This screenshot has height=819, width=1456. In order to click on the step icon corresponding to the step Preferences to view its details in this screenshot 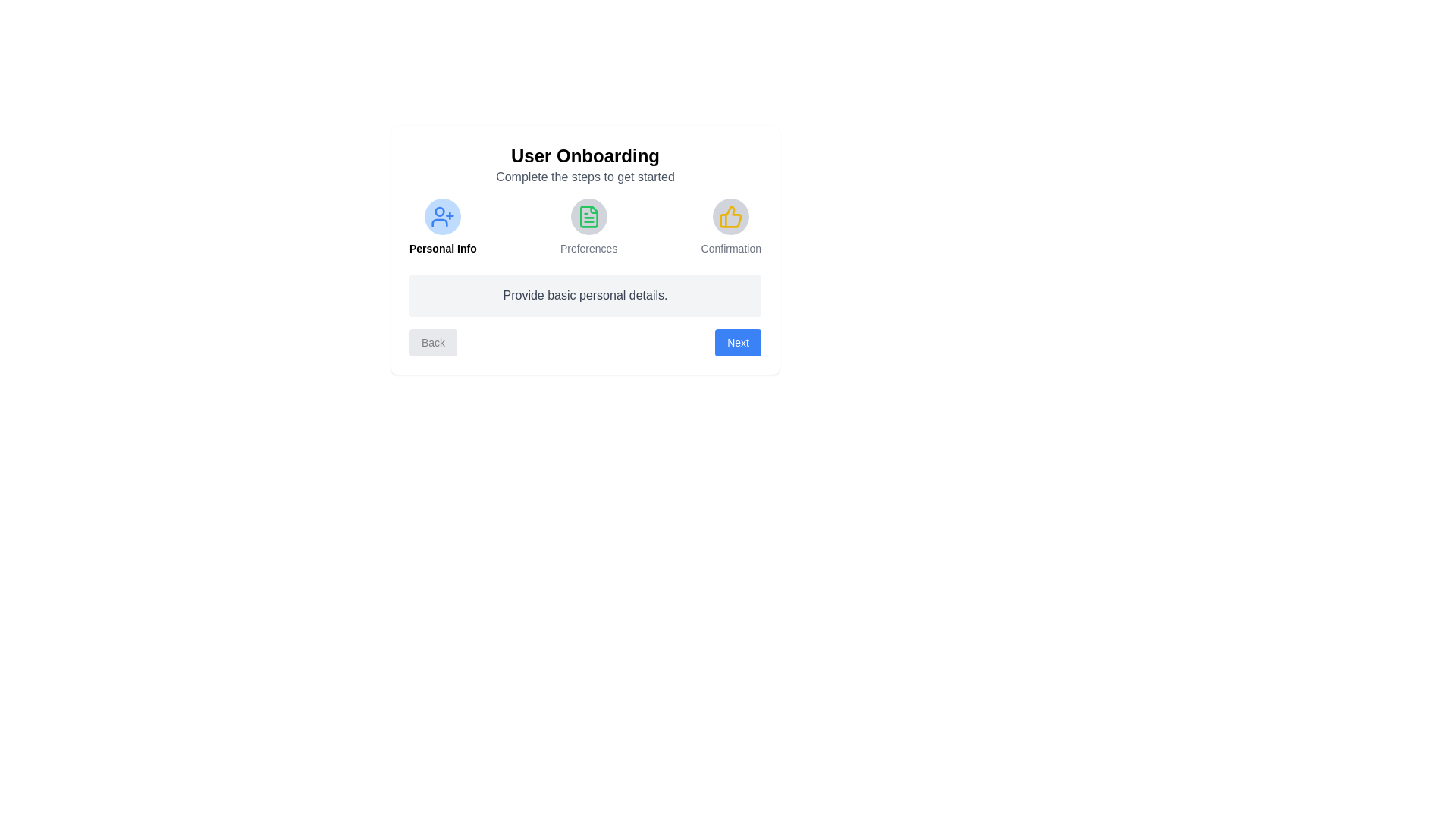, I will do `click(588, 216)`.